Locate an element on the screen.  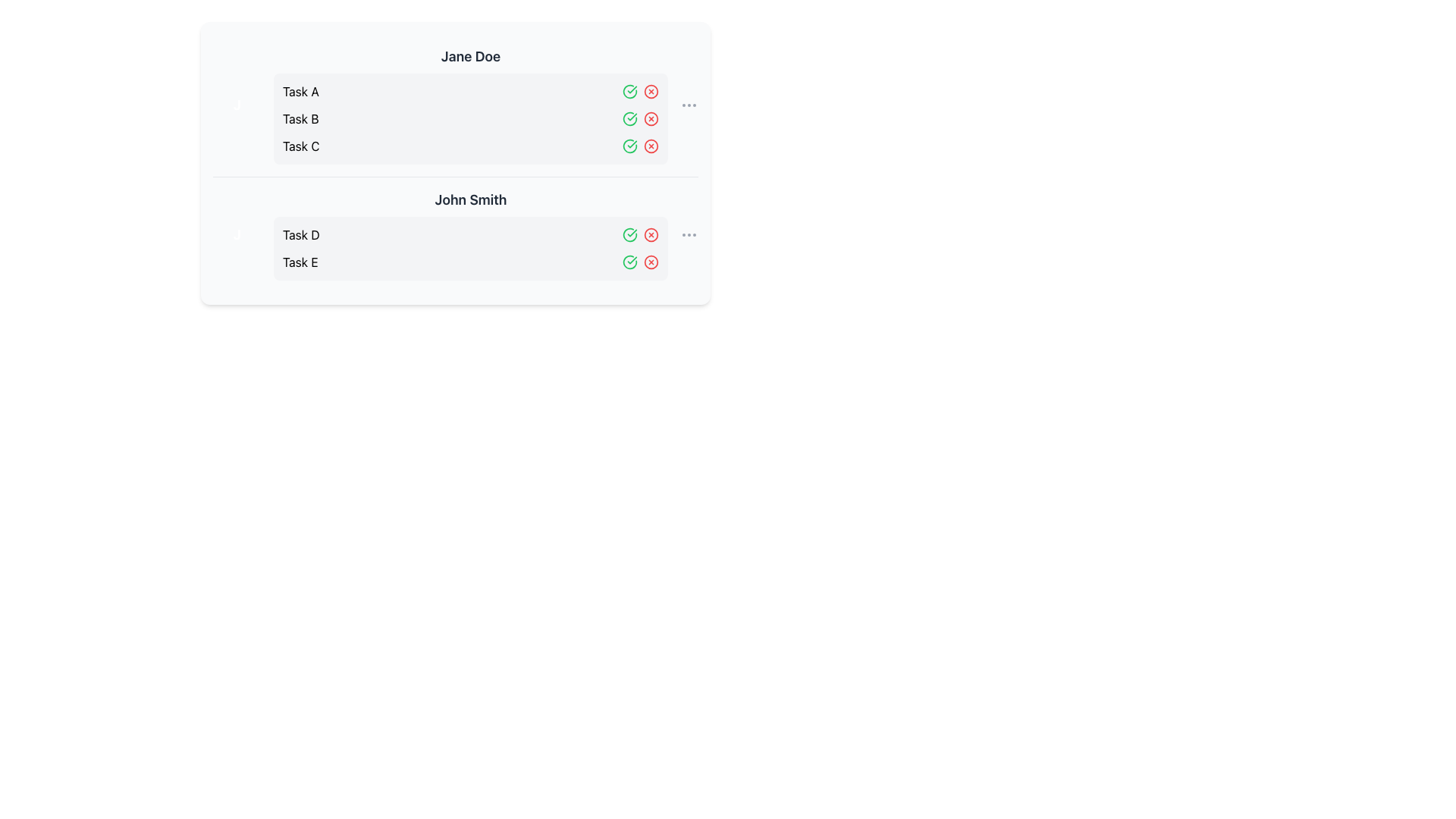
the green circular icon with a checkmark to mark the task as complete is located at coordinates (629, 91).